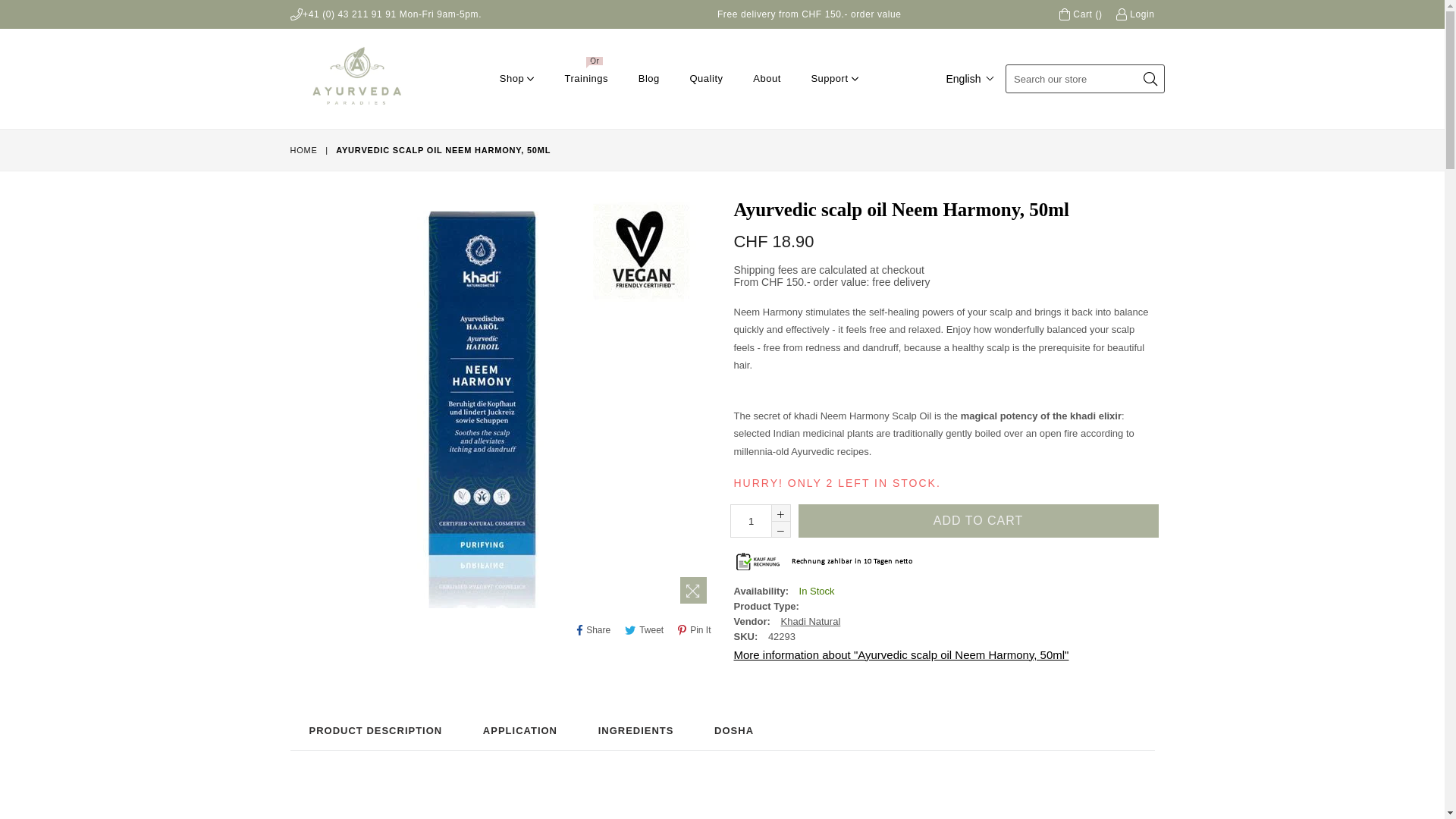  I want to click on 'INGREDIENTS', so click(636, 730).